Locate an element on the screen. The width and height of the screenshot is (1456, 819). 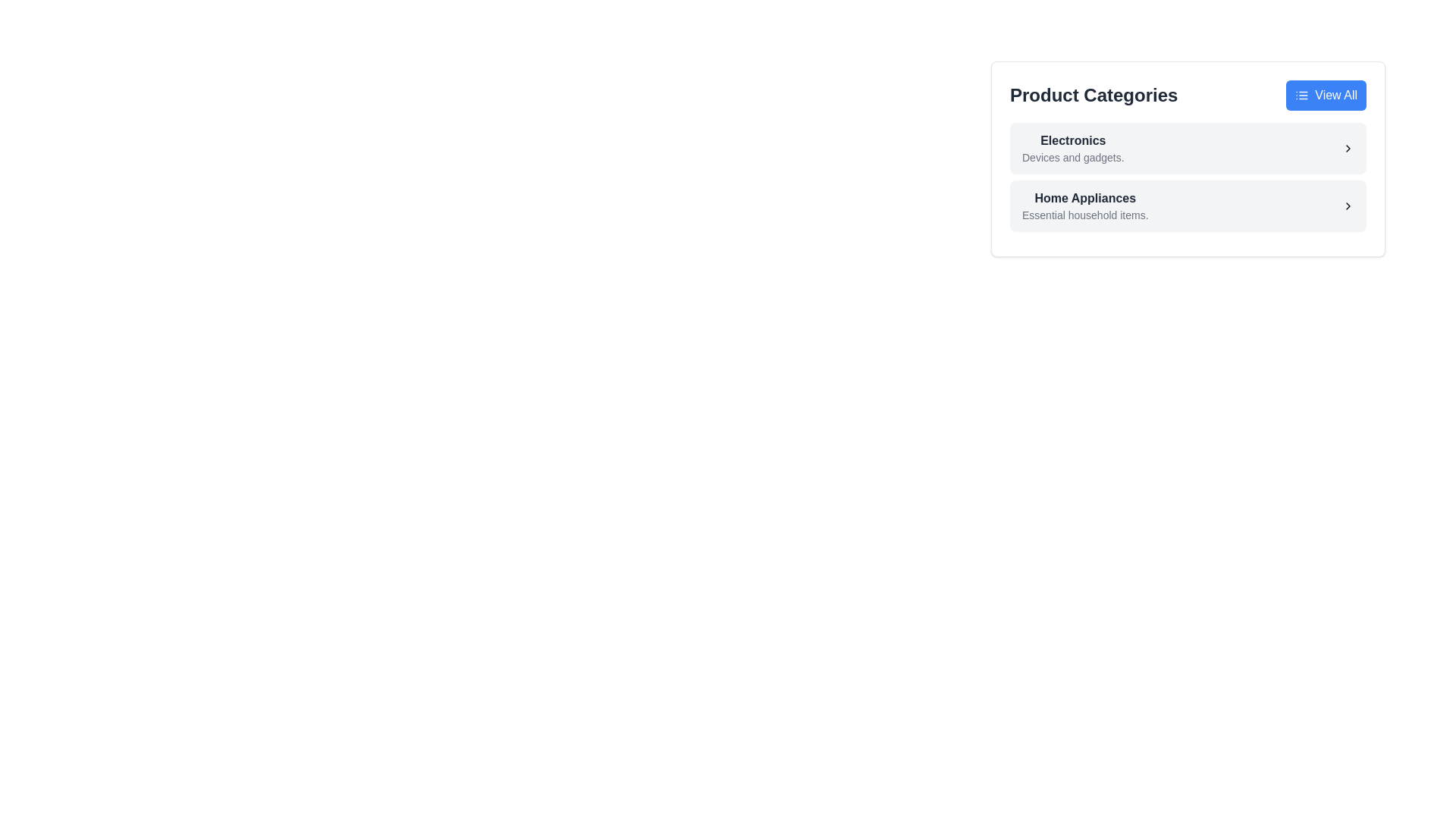
the list item titled 'Home Appliances' which has a subtitle 'Essential household items', positioned between 'Electronics' and a rightward arrow icon is located at coordinates (1084, 206).